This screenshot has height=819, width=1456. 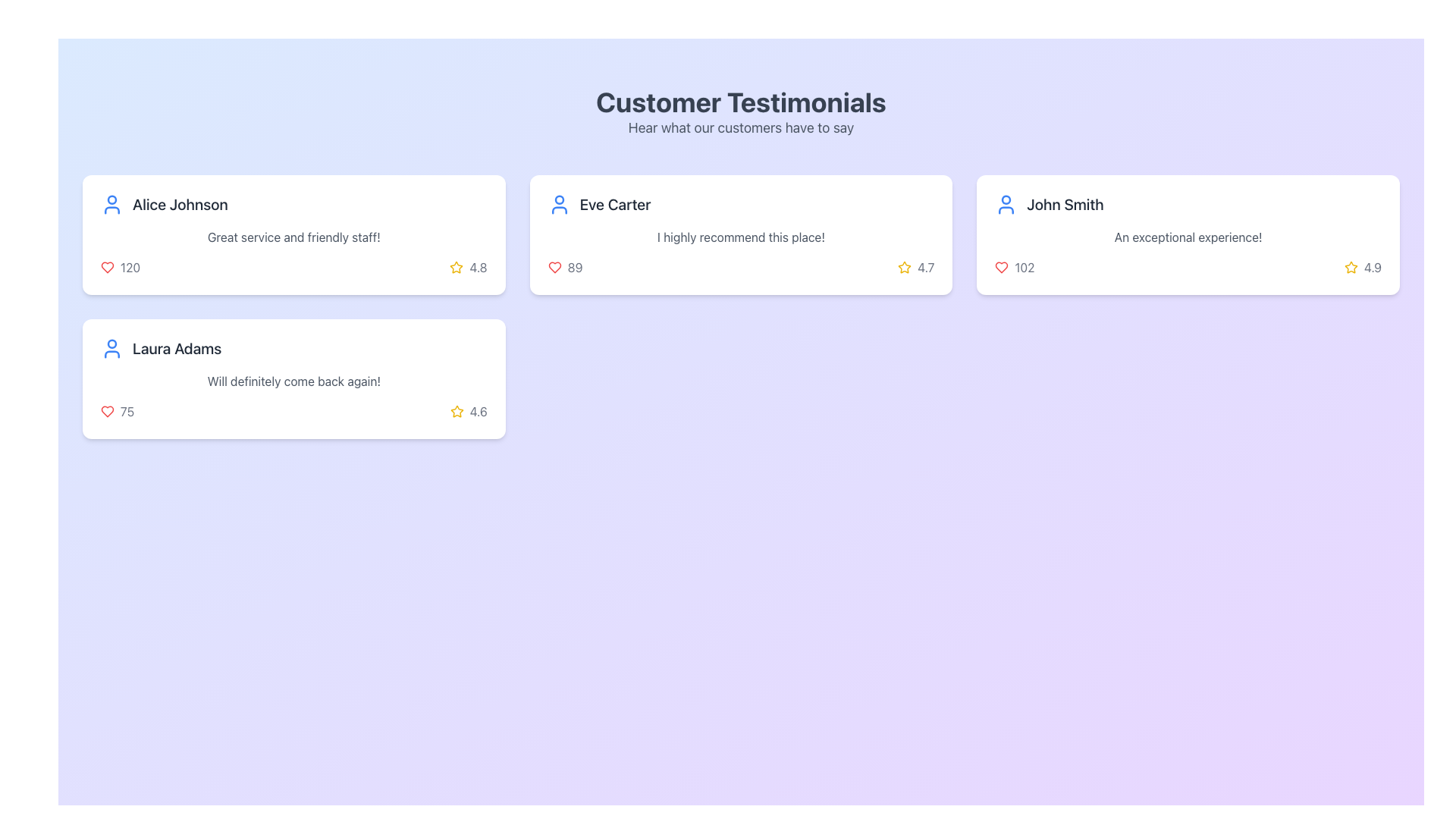 What do you see at coordinates (925, 267) in the screenshot?
I see `text from the numerical rating score label located at the bottom right corner of the testimonial card for 'Eve Carter', next to the yellow star icon` at bounding box center [925, 267].